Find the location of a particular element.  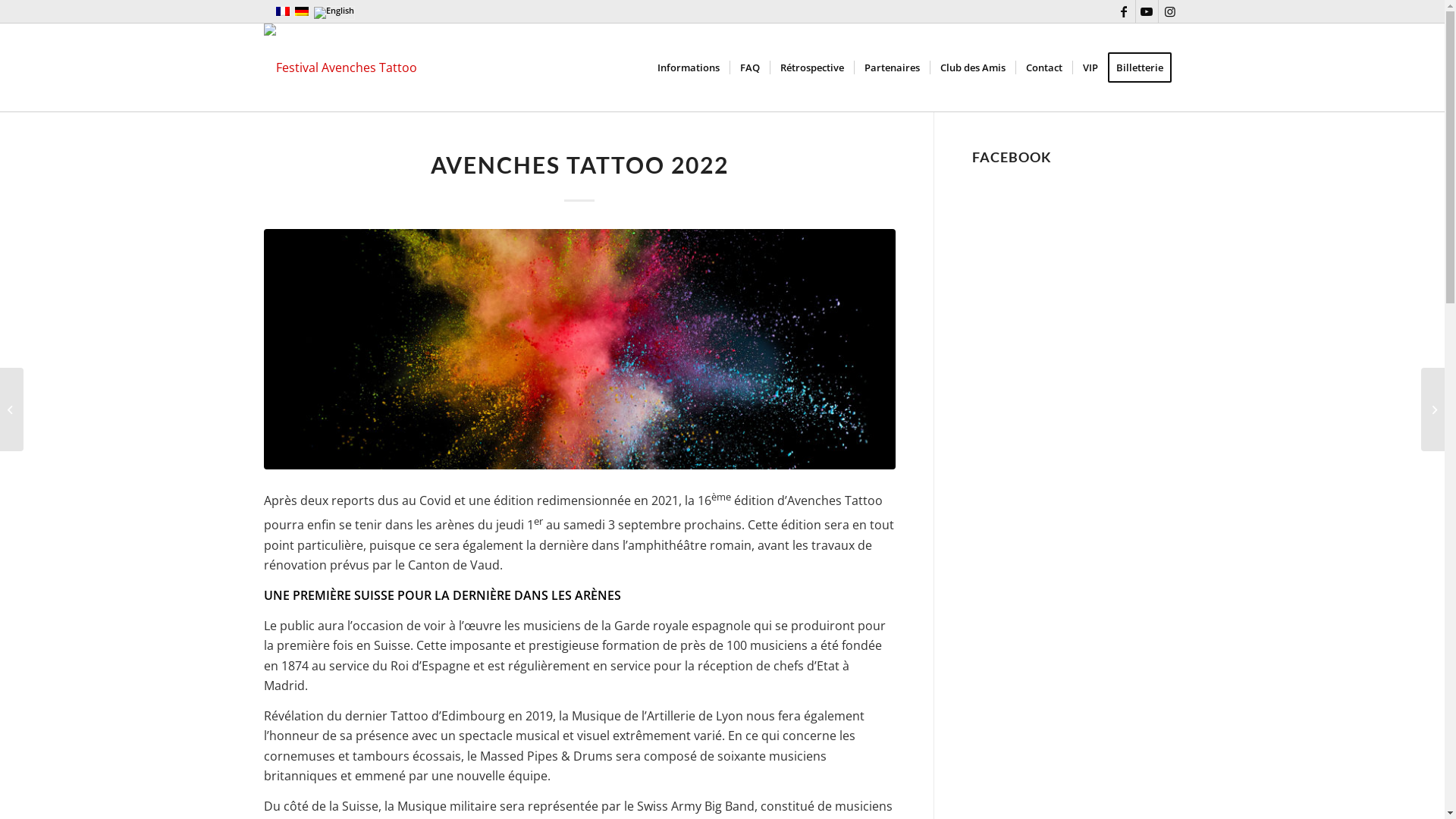

'Club des Amis' is located at coordinates (972, 66).